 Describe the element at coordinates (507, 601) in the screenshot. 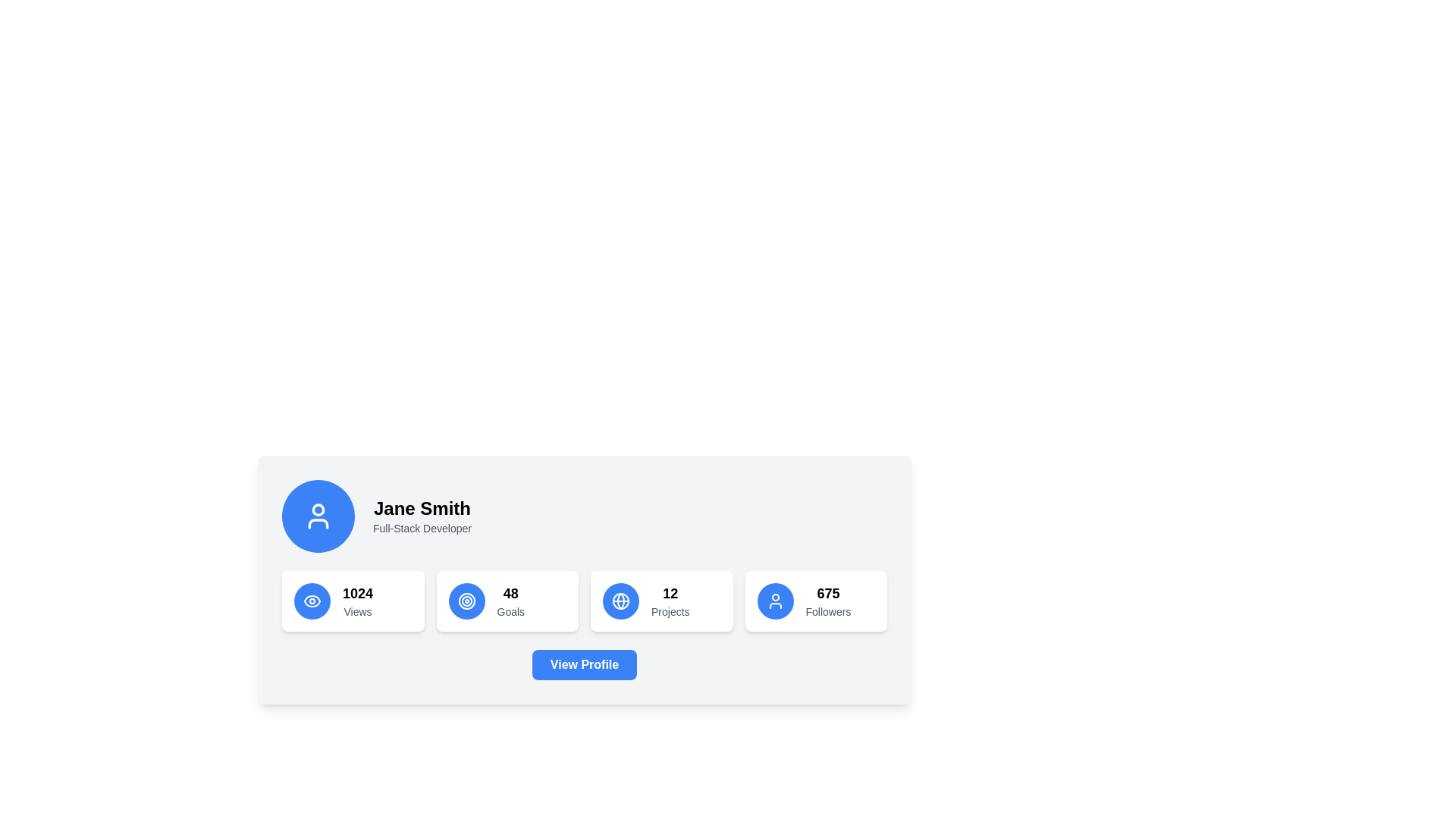

I see `the Informational Card displaying '48 Goals', which is the second card in a horizontal layout of four cards under the user's profile information` at that location.